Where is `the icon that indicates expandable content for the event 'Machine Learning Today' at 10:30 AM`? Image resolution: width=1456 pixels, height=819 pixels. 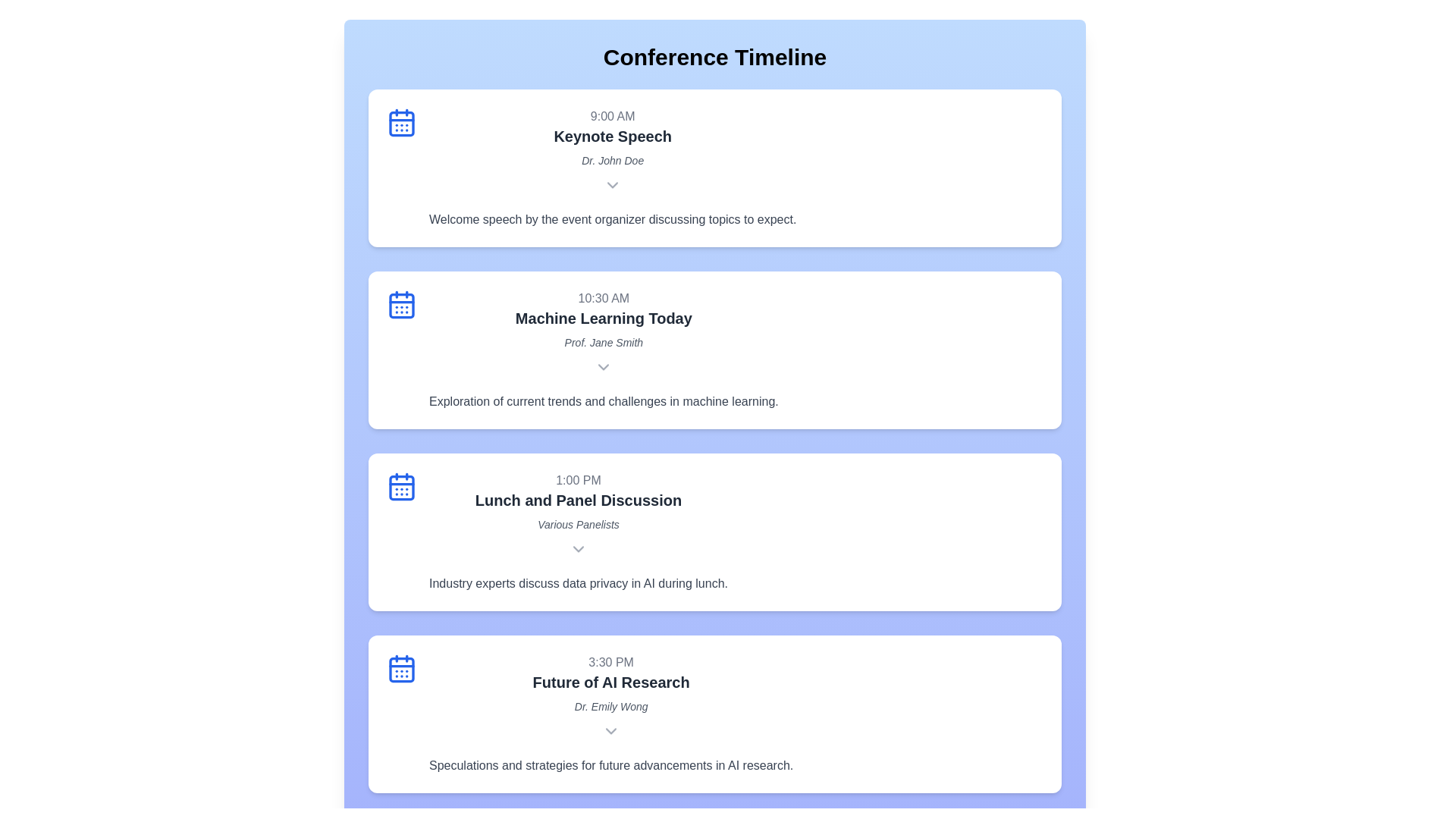
the icon that indicates expandable content for the event 'Machine Learning Today' at 10:30 AM is located at coordinates (603, 369).